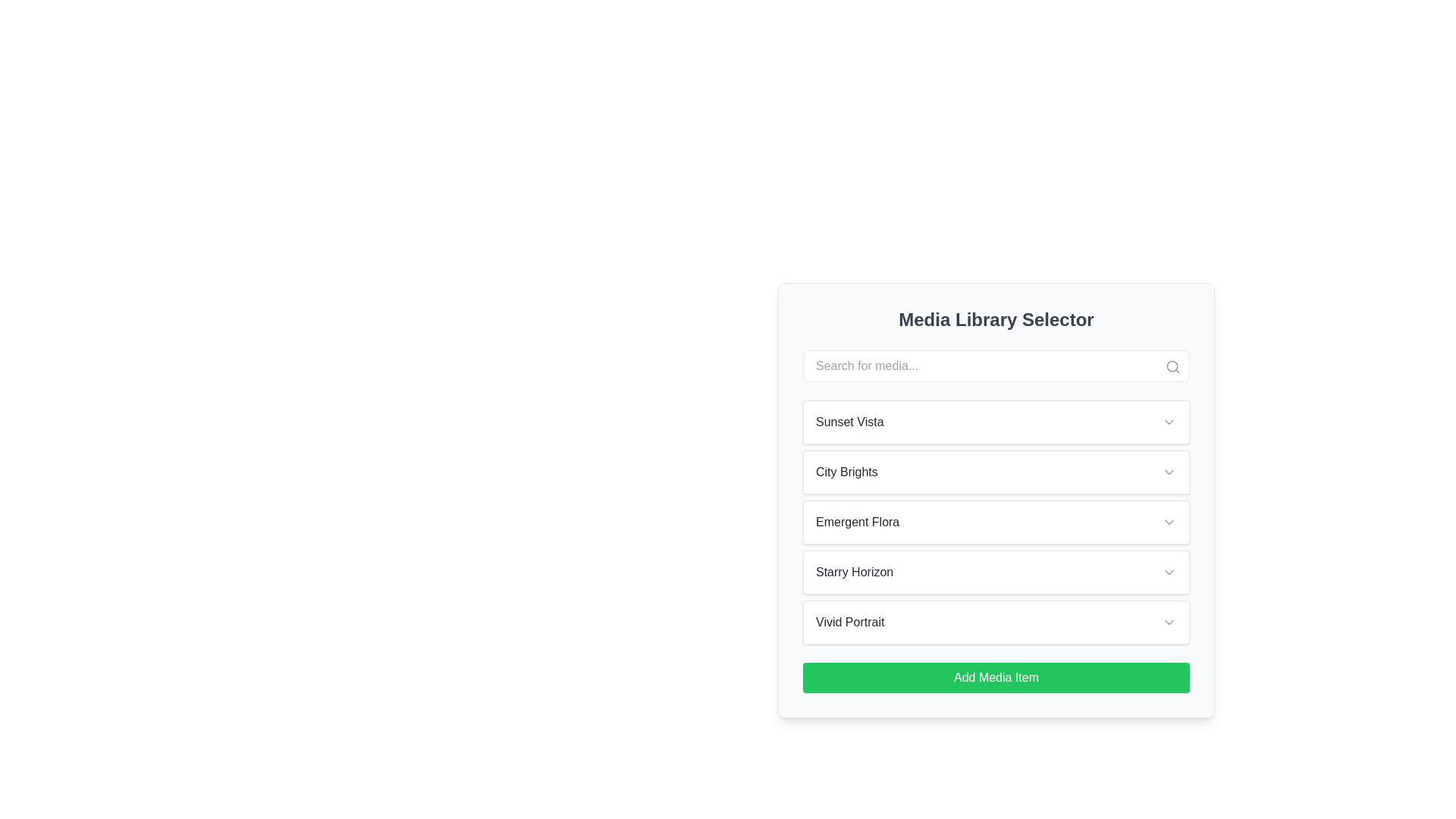 The height and width of the screenshot is (819, 1456). I want to click on the text label reading 'Sunset Vista' located in the first clickable area of the 'Media Library Selector', so click(849, 422).